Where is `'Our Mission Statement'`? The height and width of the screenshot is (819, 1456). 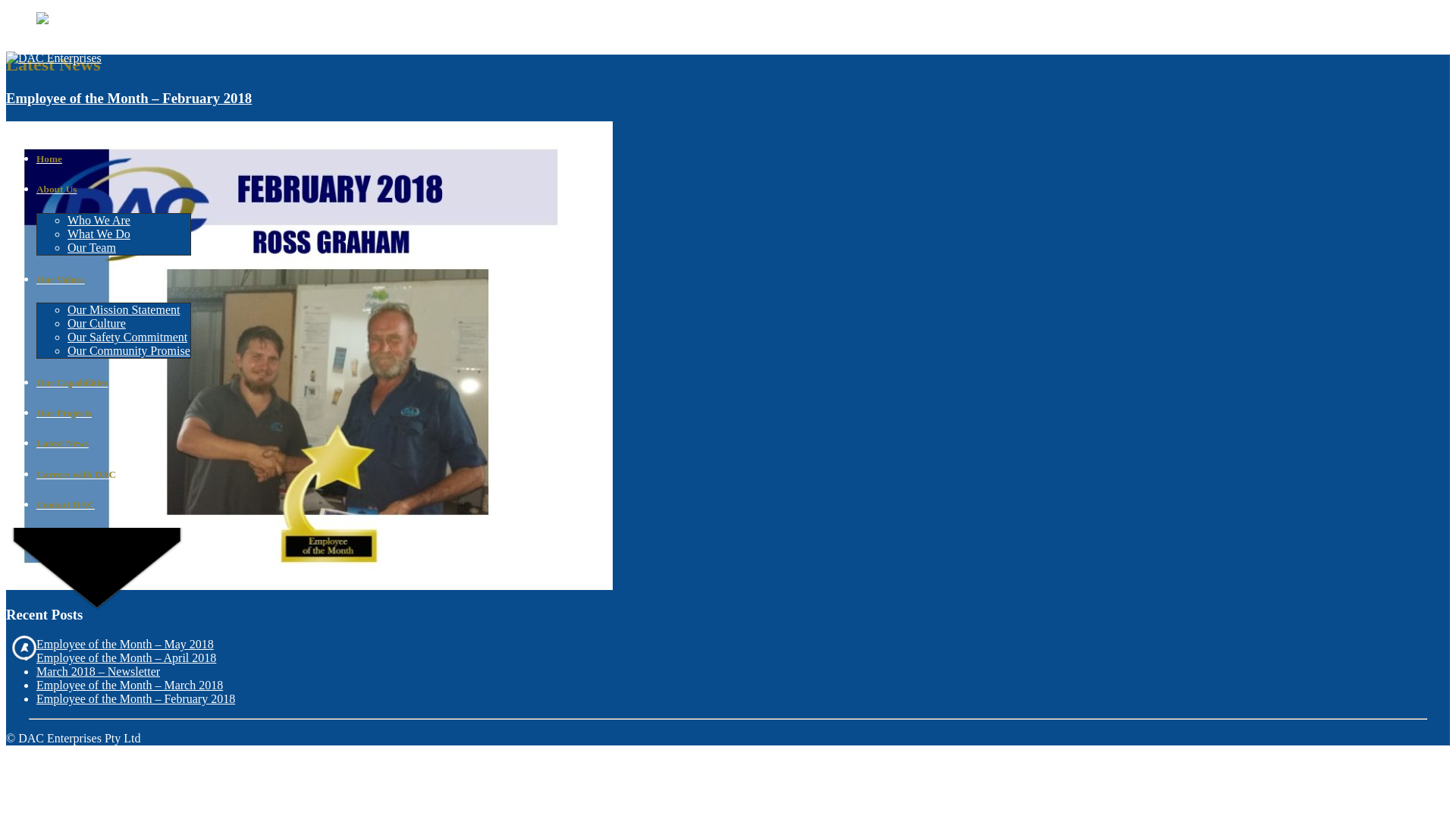
'Our Mission Statement' is located at coordinates (124, 309).